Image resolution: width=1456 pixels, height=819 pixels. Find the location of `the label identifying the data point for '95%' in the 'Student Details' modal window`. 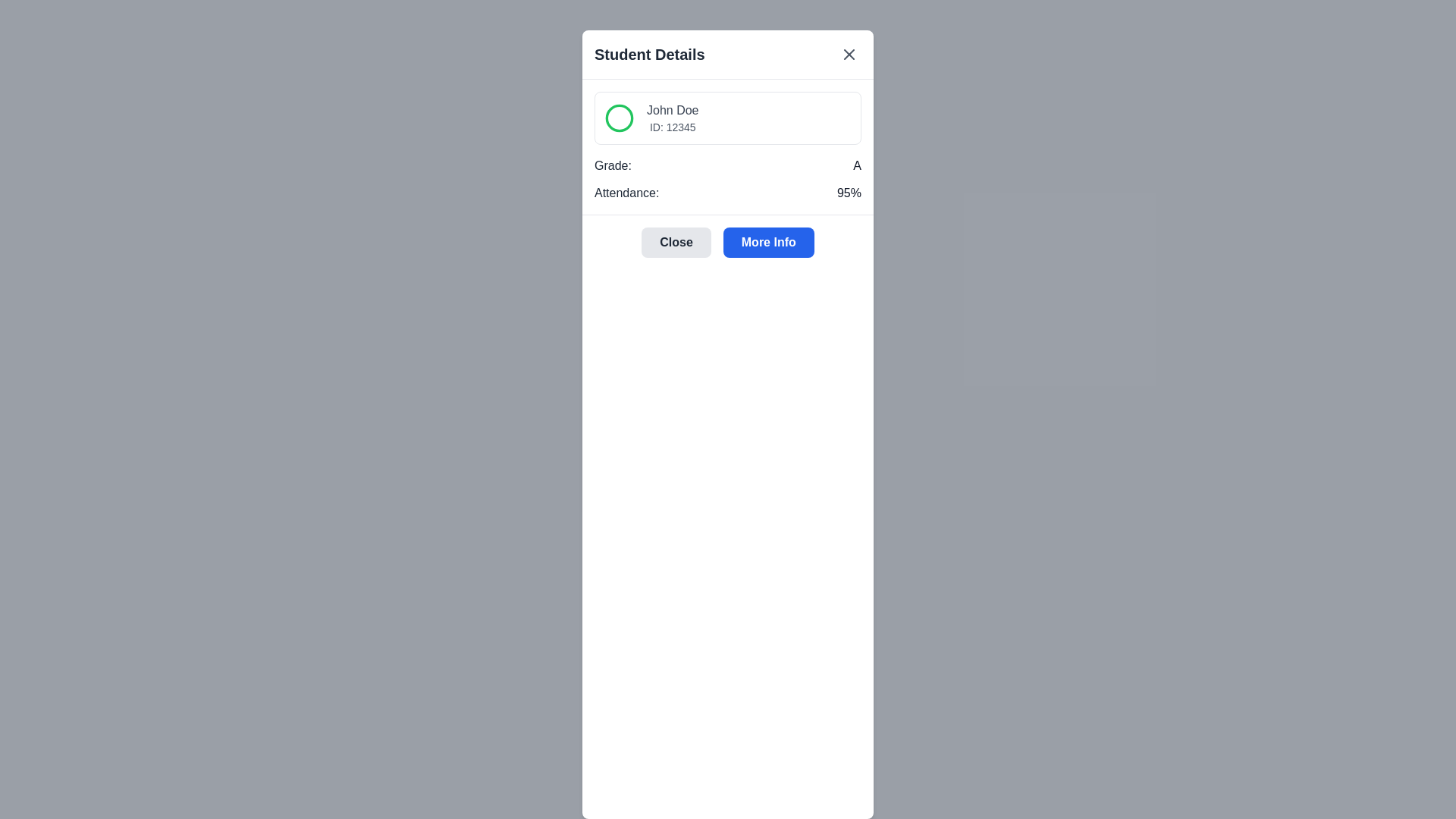

the label identifying the data point for '95%' in the 'Student Details' modal window is located at coordinates (626, 192).